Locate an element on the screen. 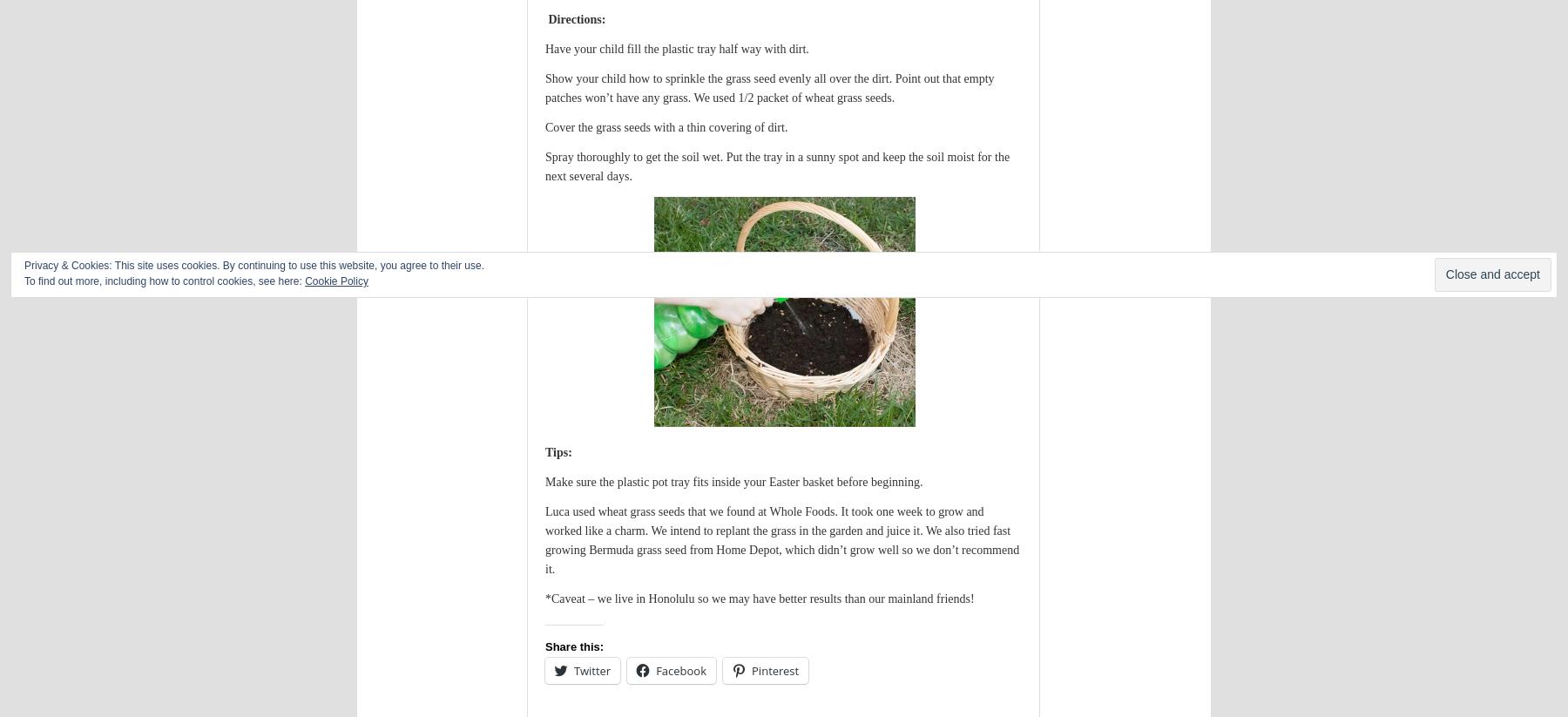 This screenshot has height=717, width=1568. 'Privacy & Cookies: This site uses cookies. By continuing to use this website, you agree to their use.' is located at coordinates (24, 265).